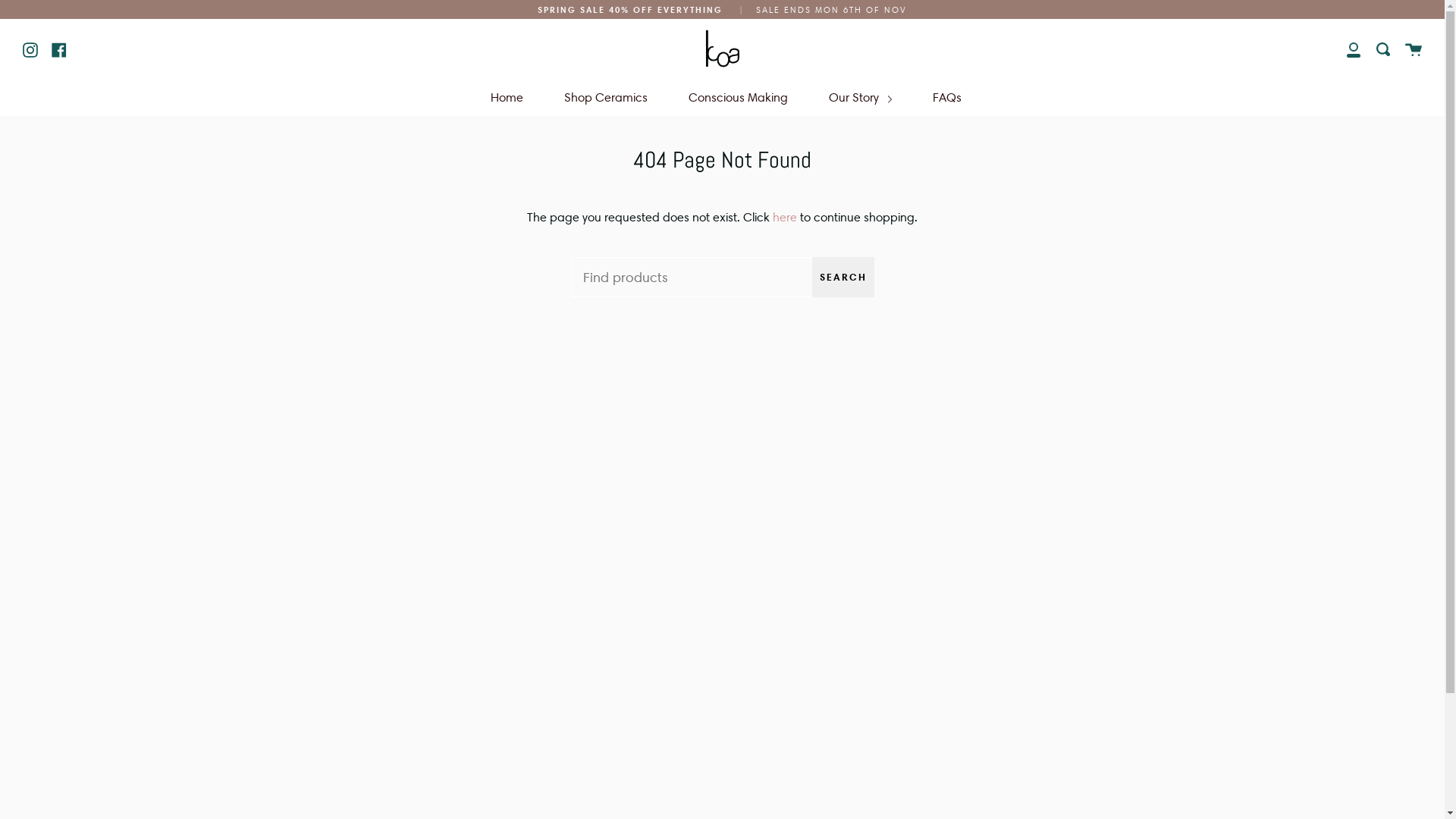  What do you see at coordinates (1412, 48) in the screenshot?
I see `'Cart'` at bounding box center [1412, 48].